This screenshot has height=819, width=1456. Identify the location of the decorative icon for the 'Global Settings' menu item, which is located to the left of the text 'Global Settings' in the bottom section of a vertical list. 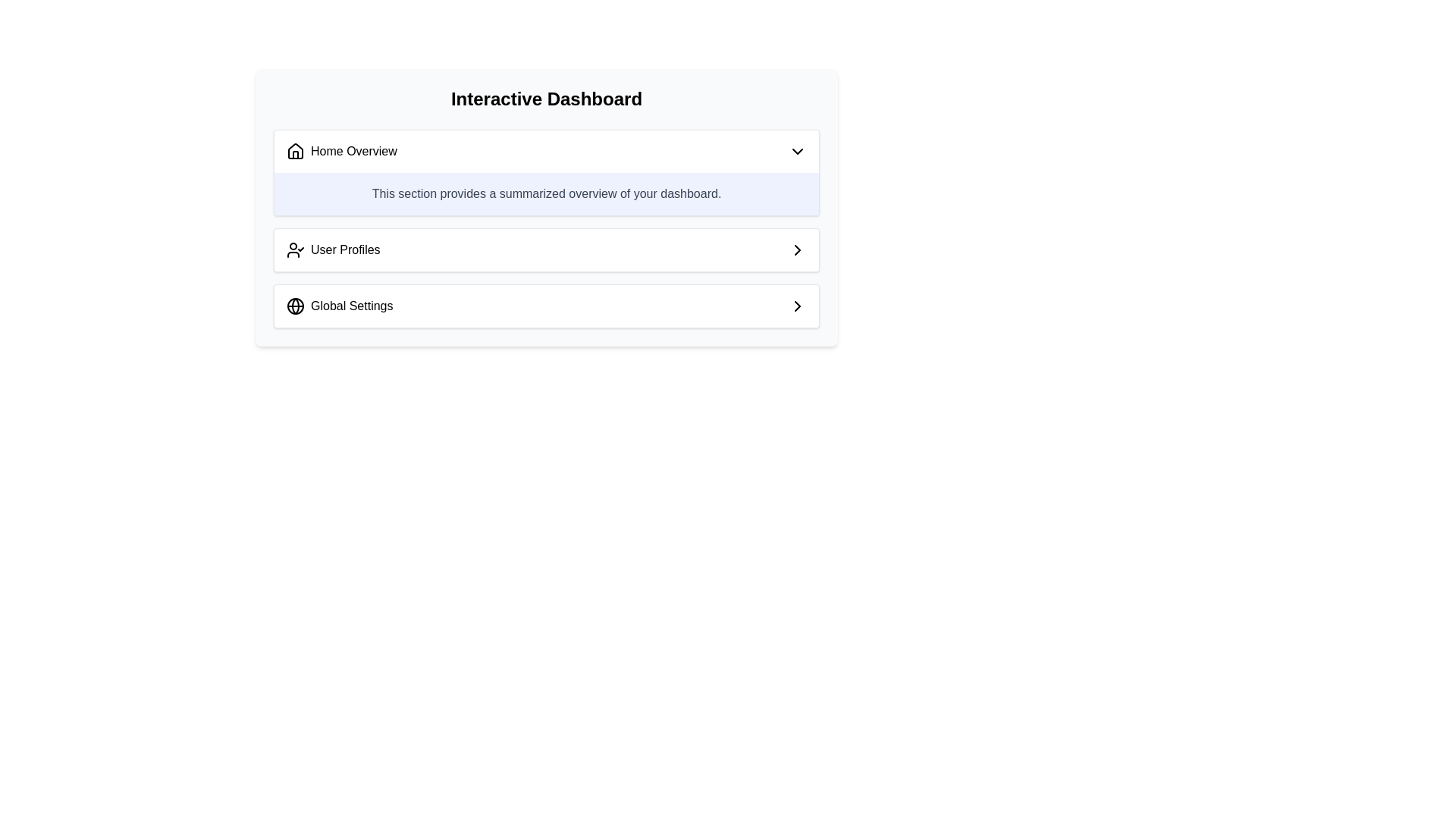
(295, 306).